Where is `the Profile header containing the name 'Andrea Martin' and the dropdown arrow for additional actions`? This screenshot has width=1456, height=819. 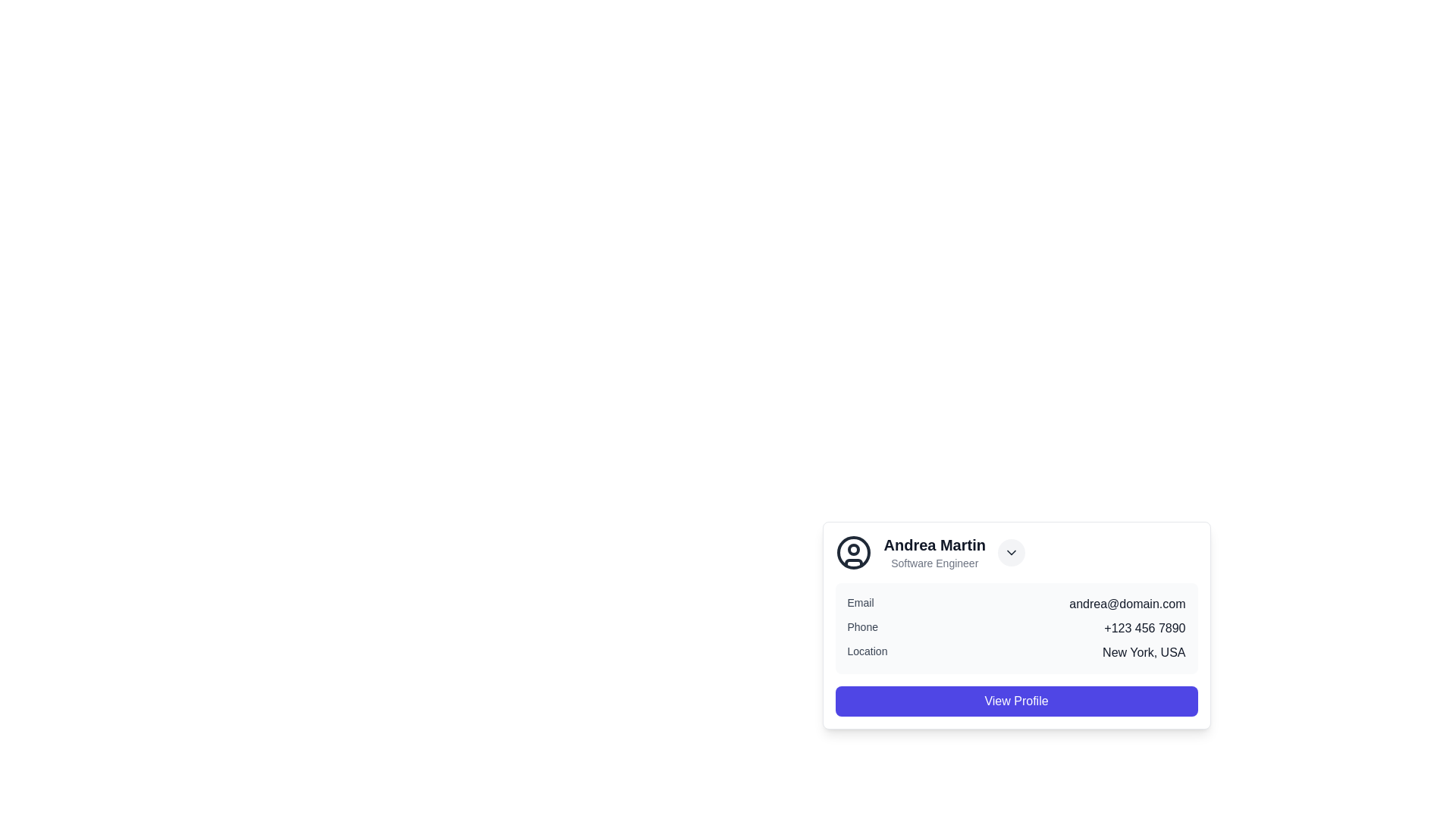
the Profile header containing the name 'Andrea Martin' and the dropdown arrow for additional actions is located at coordinates (1016, 553).